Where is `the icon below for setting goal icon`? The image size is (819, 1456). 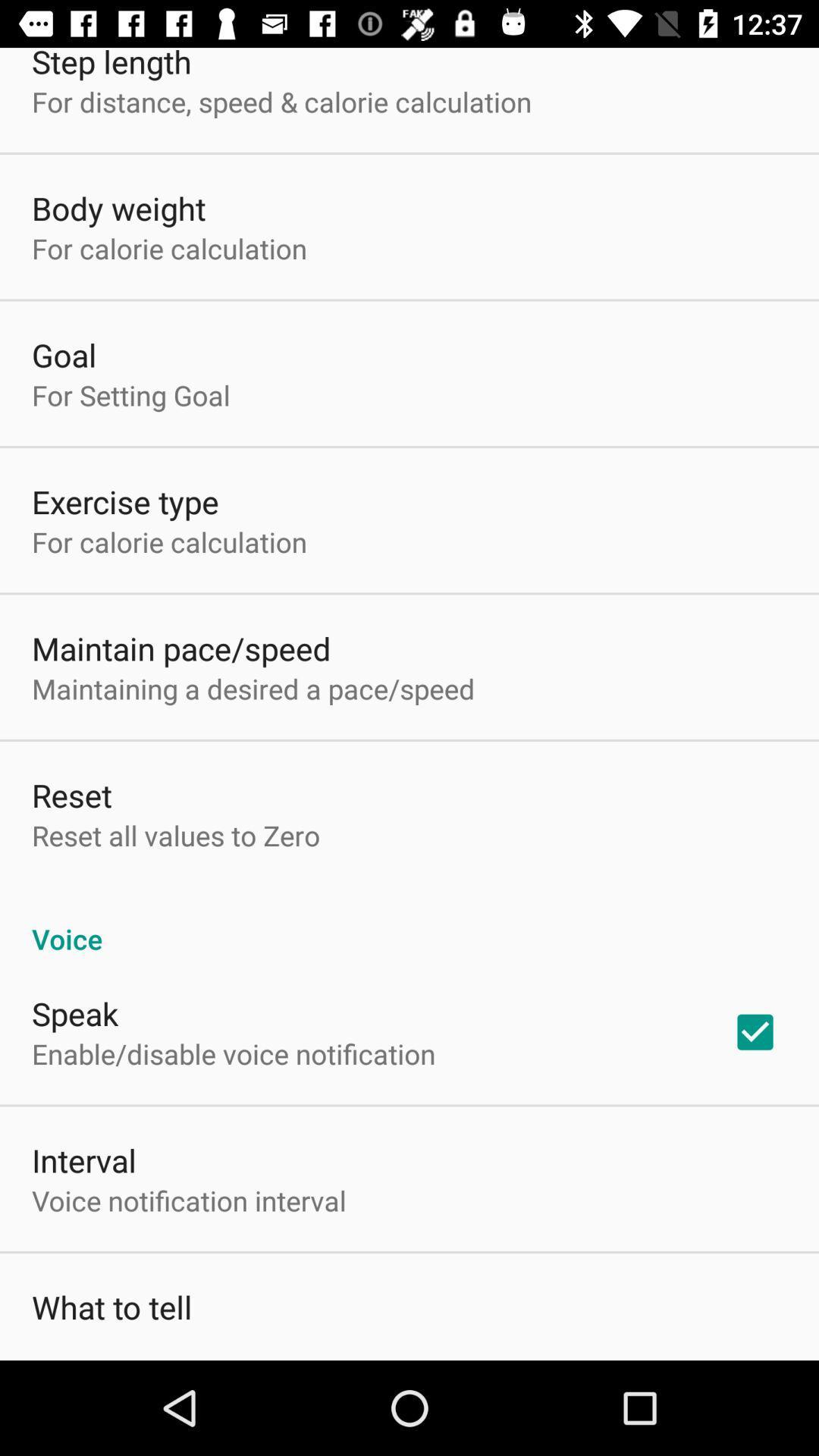
the icon below for setting goal icon is located at coordinates (124, 501).